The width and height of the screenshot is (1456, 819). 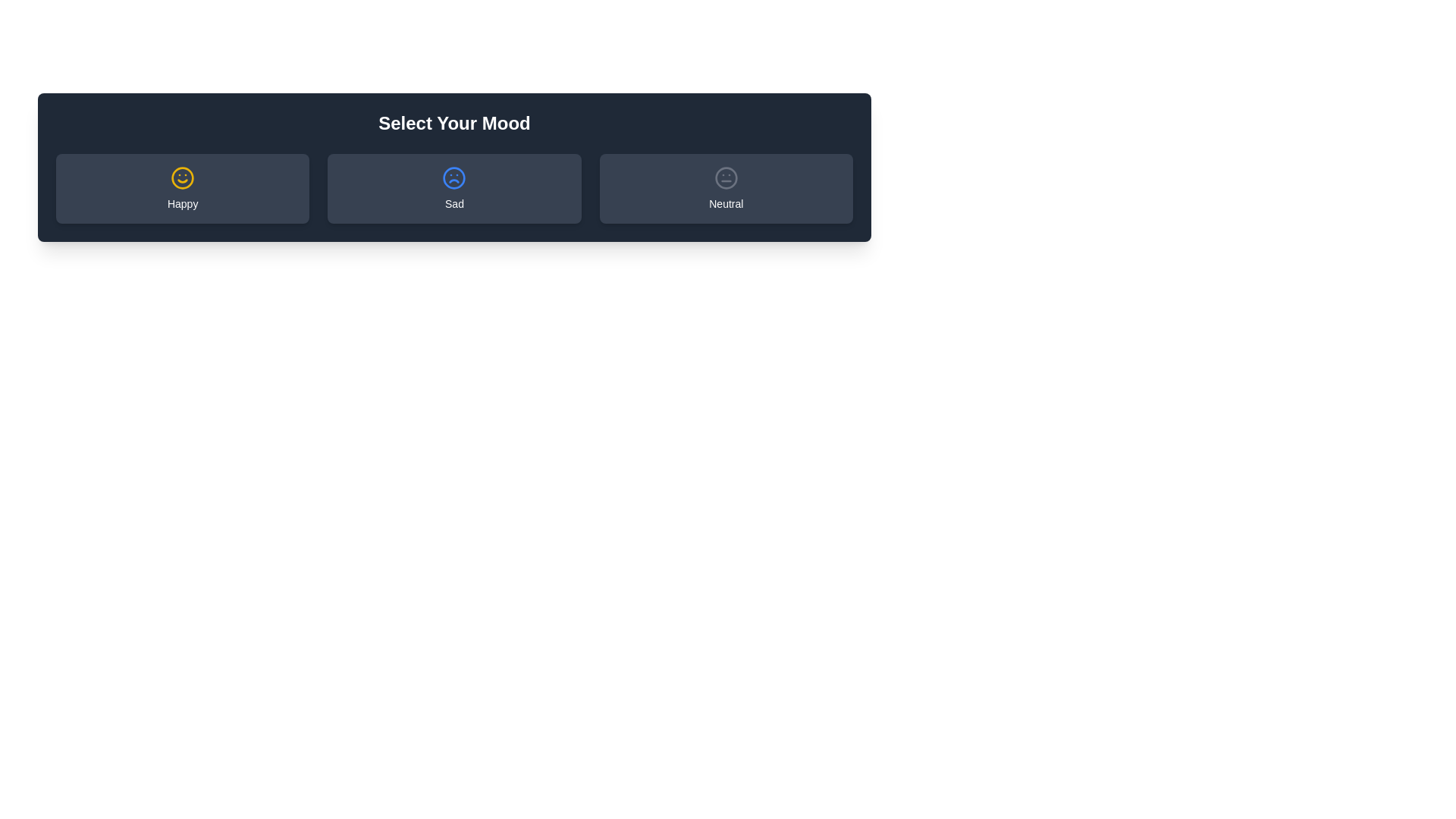 I want to click on the mood button labeled Happy, so click(x=182, y=188).